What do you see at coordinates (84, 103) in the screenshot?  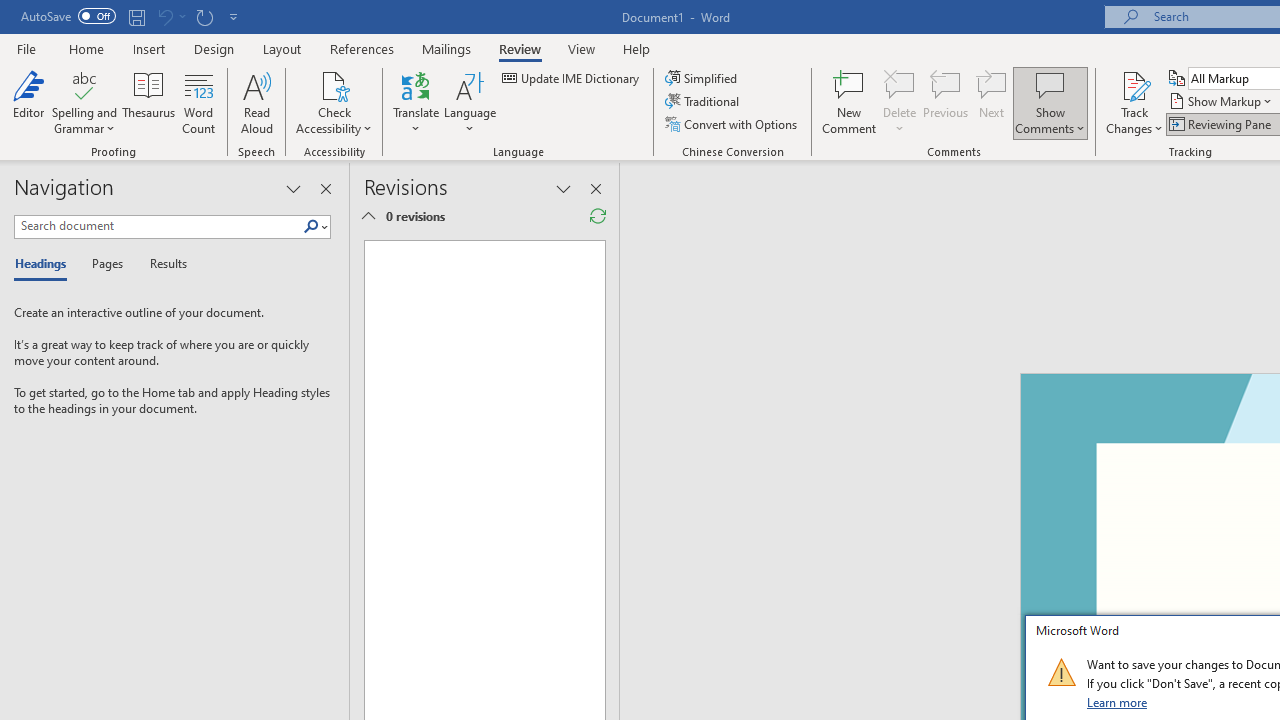 I see `'Spelling and Grammar'` at bounding box center [84, 103].